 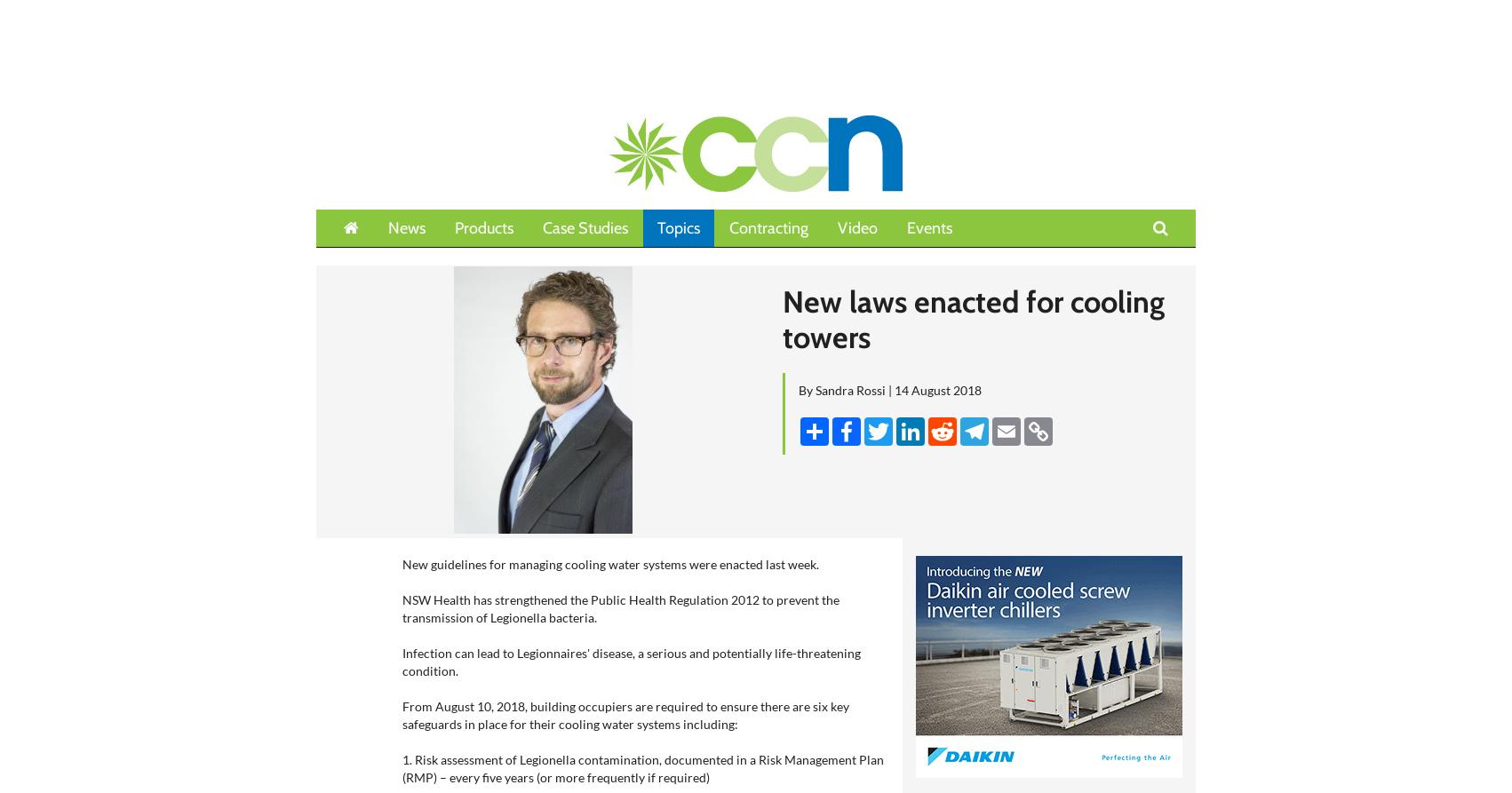 I want to click on 'NSW Health has strengthened the Public Health Regulation 2012 to prevent the transmission of Legionella bacteria.', so click(x=621, y=608).